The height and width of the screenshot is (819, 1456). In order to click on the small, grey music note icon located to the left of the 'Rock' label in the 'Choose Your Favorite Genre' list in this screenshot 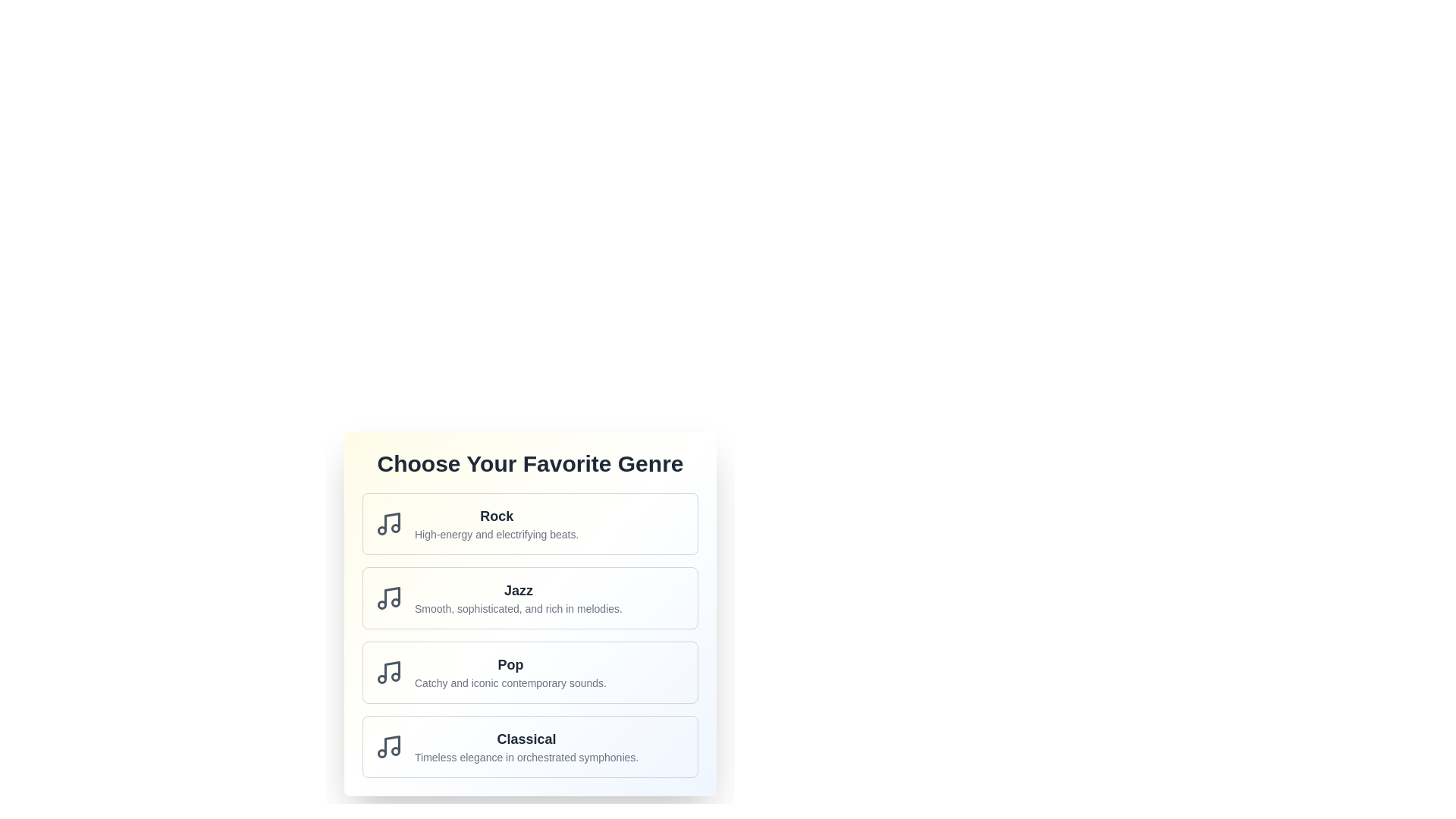, I will do `click(389, 522)`.